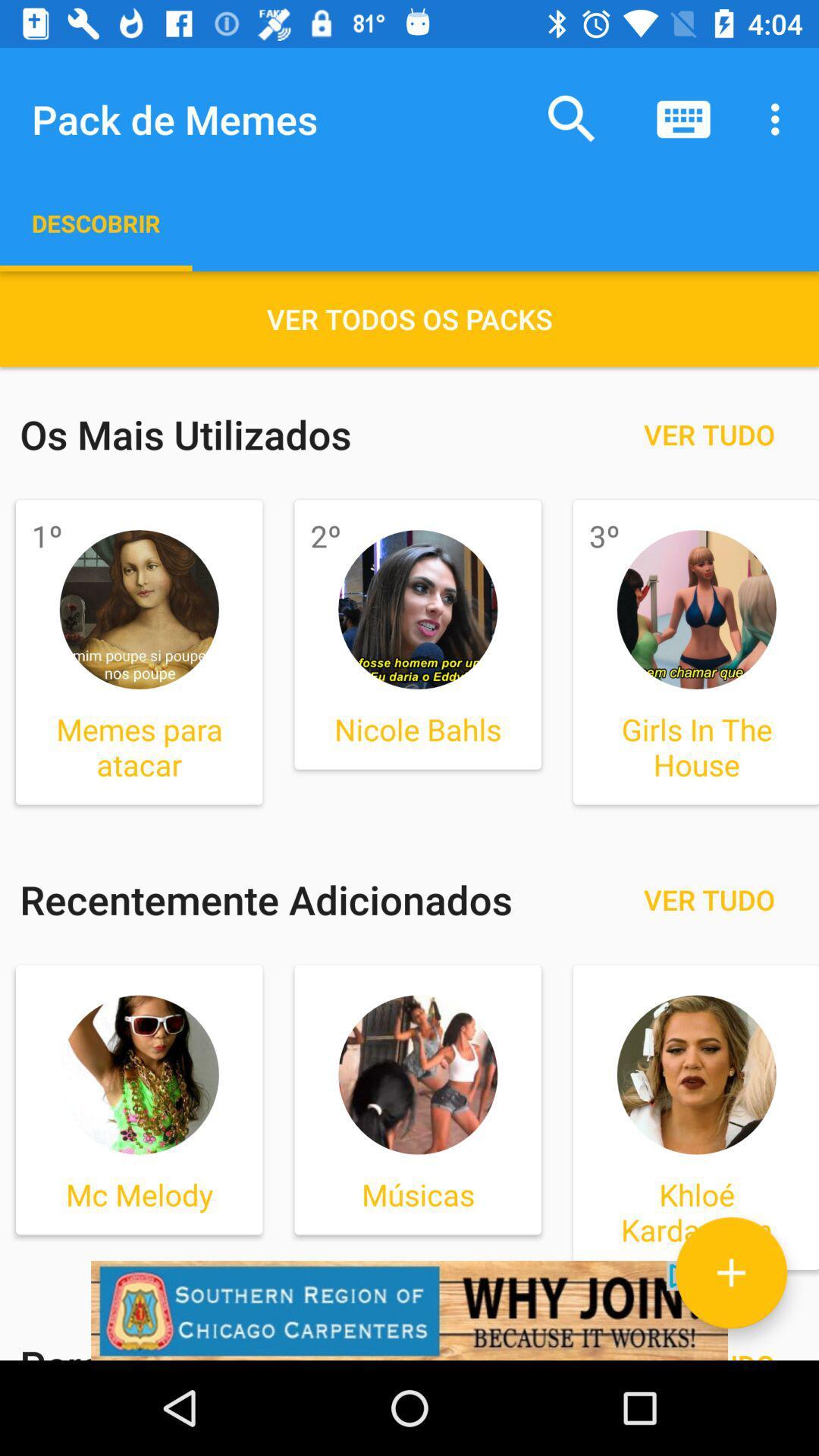 The width and height of the screenshot is (819, 1456). What do you see at coordinates (730, 1272) in the screenshot?
I see `pack` at bounding box center [730, 1272].